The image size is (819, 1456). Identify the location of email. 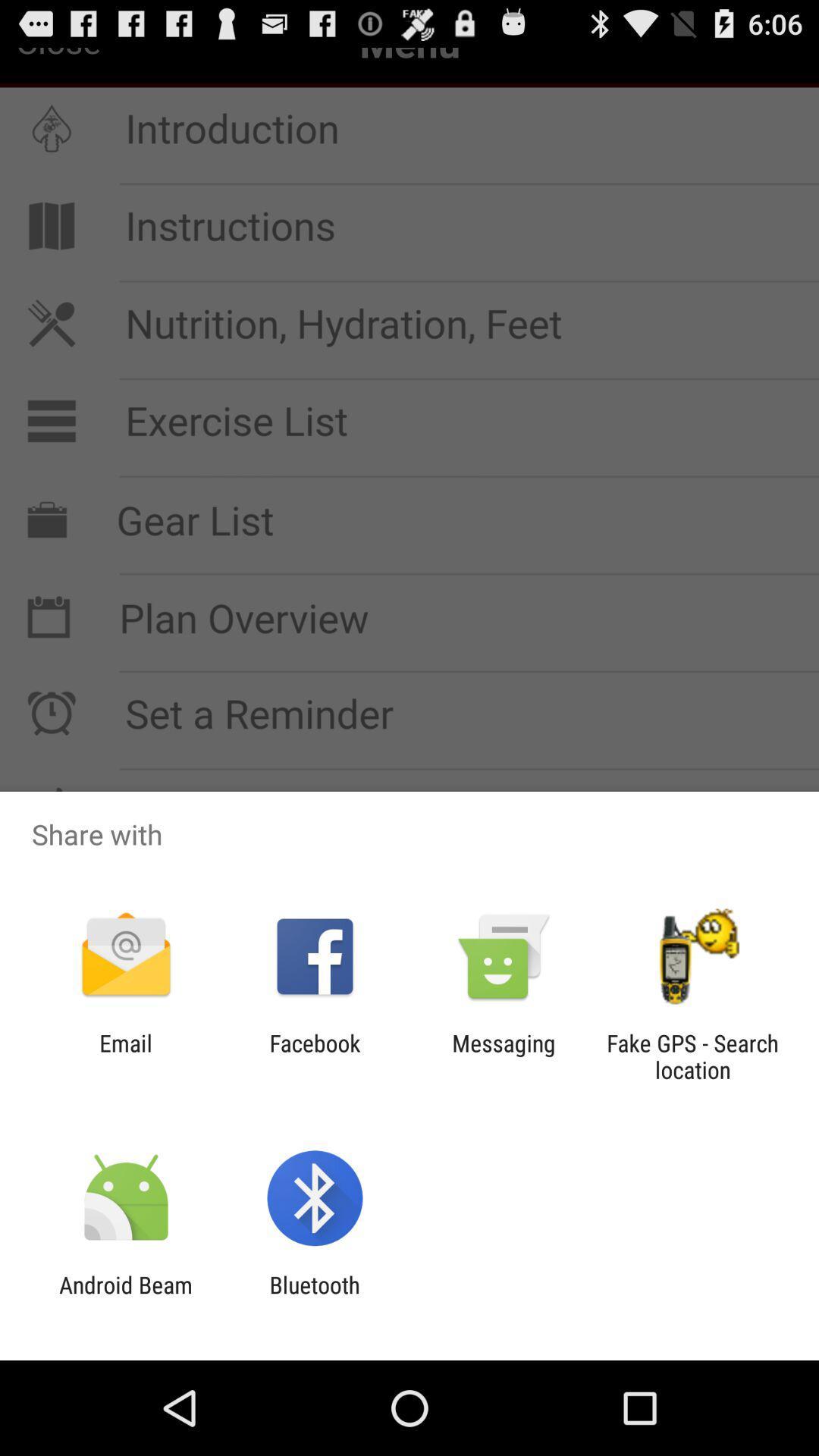
(125, 1056).